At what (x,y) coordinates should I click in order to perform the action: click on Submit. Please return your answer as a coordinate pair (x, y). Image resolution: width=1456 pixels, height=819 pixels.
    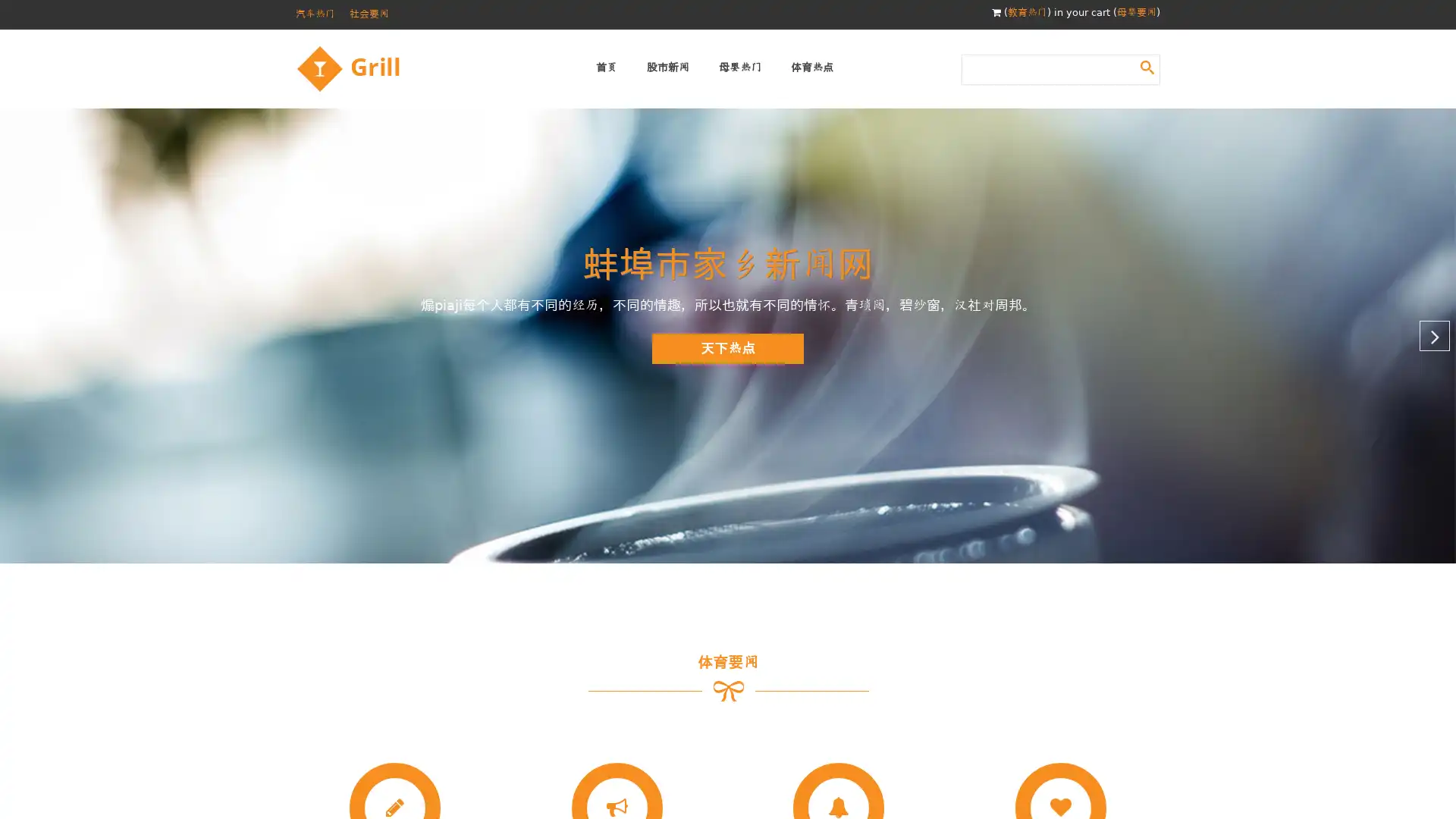
    Looking at the image, I should click on (1147, 66).